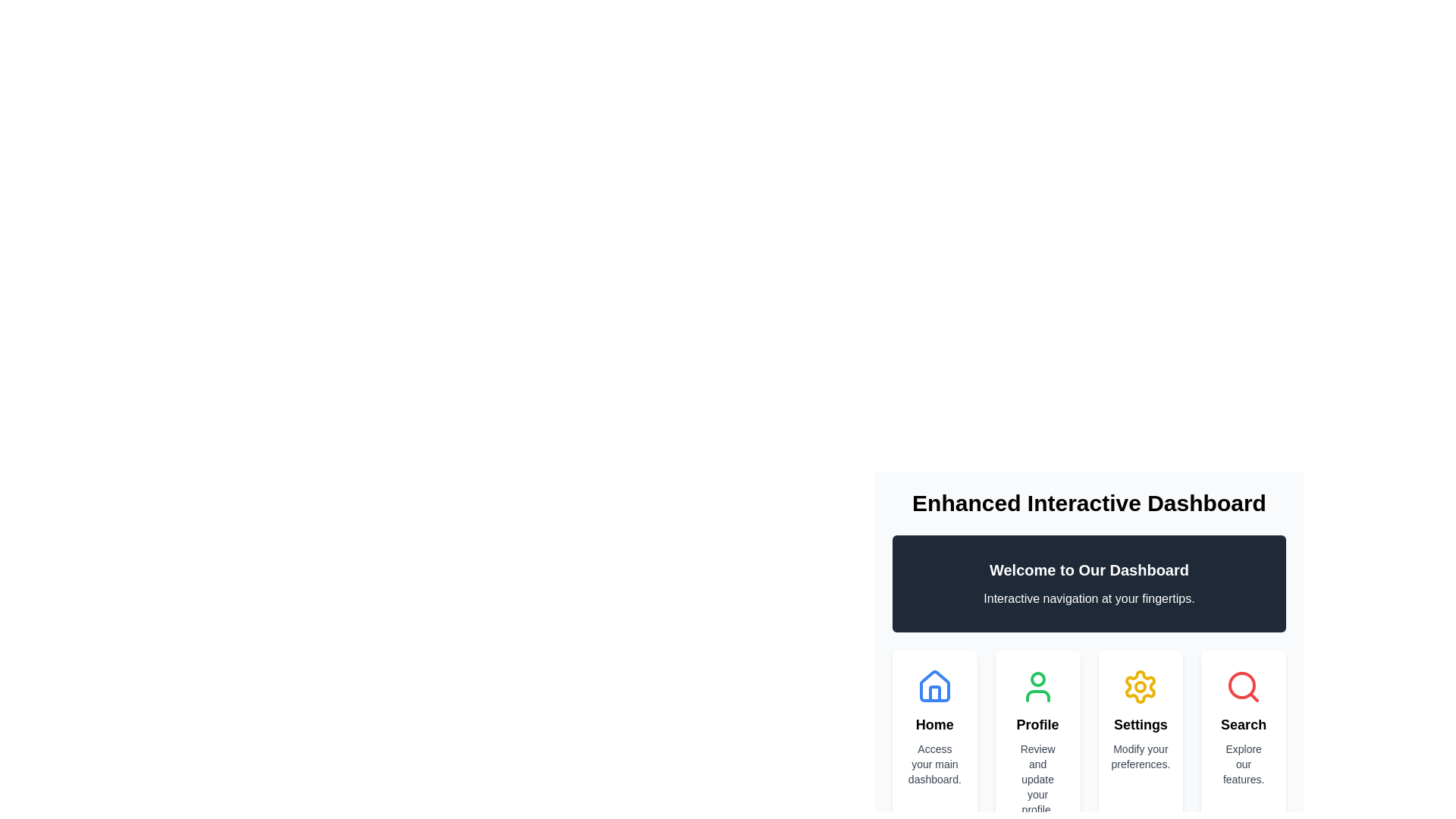  What do you see at coordinates (1088, 598) in the screenshot?
I see `static text displaying the phrase 'Interactive navigation at your fingertips.' located within a dark-colored card, positioned below the headline 'Welcome to Our Dashboard'` at bounding box center [1088, 598].